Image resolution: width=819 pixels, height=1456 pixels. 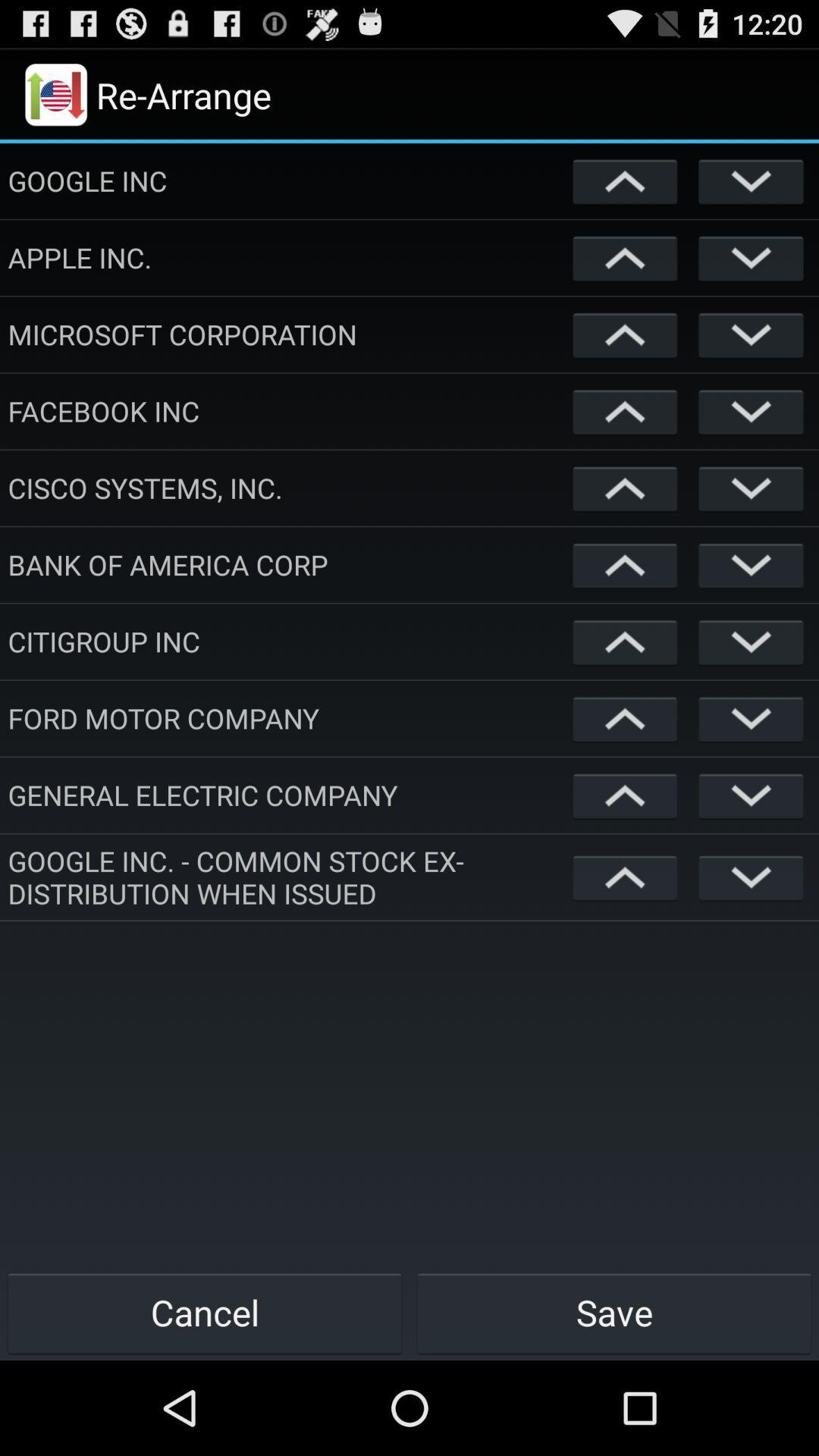 I want to click on button at the bottom right corner, so click(x=614, y=1312).